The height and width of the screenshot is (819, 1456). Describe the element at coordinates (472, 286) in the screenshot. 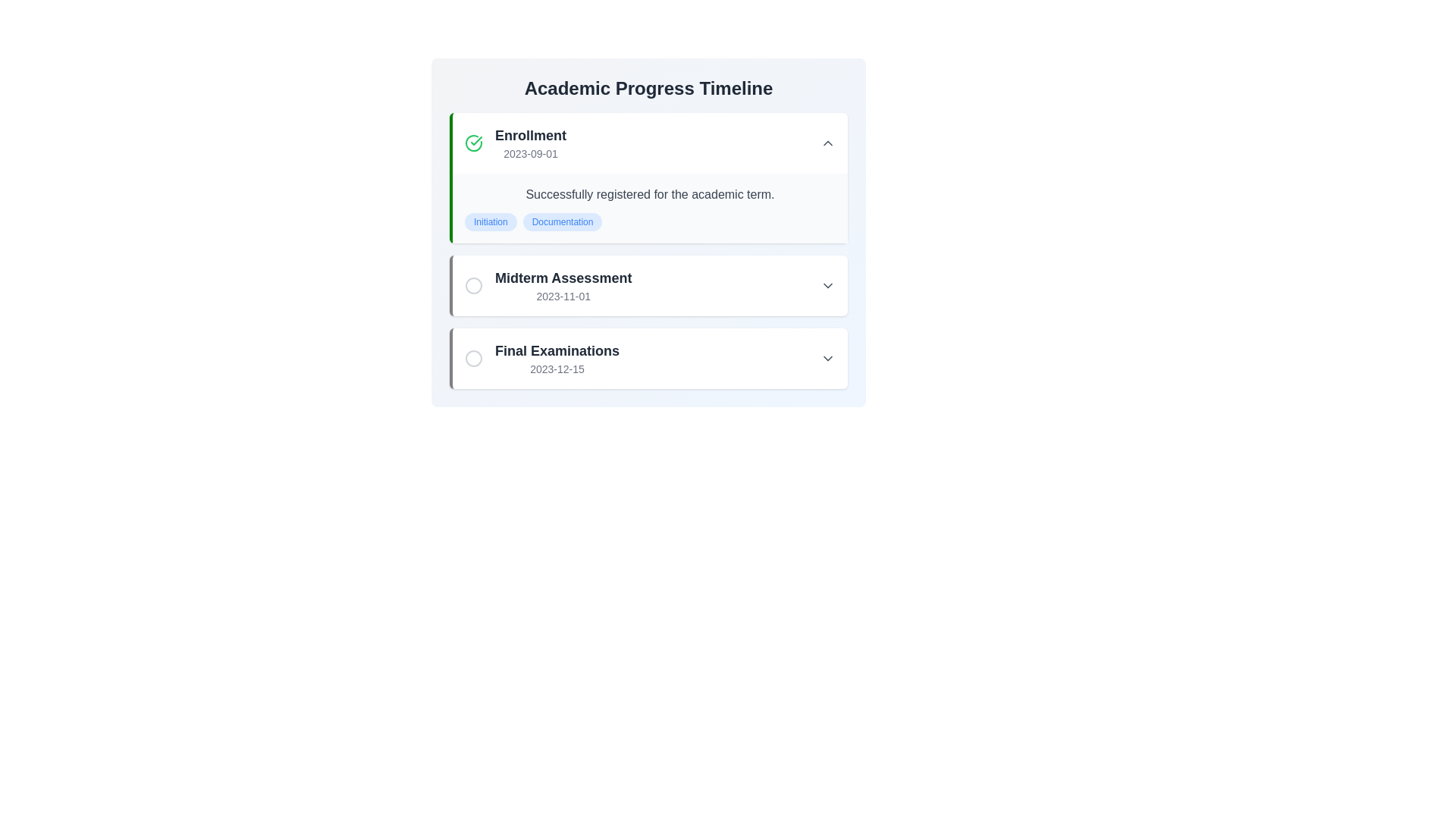

I see `the circular graphic icon representing the 'Midterm Assessment' item in the timeline, which is located in the second panel of the list` at that location.